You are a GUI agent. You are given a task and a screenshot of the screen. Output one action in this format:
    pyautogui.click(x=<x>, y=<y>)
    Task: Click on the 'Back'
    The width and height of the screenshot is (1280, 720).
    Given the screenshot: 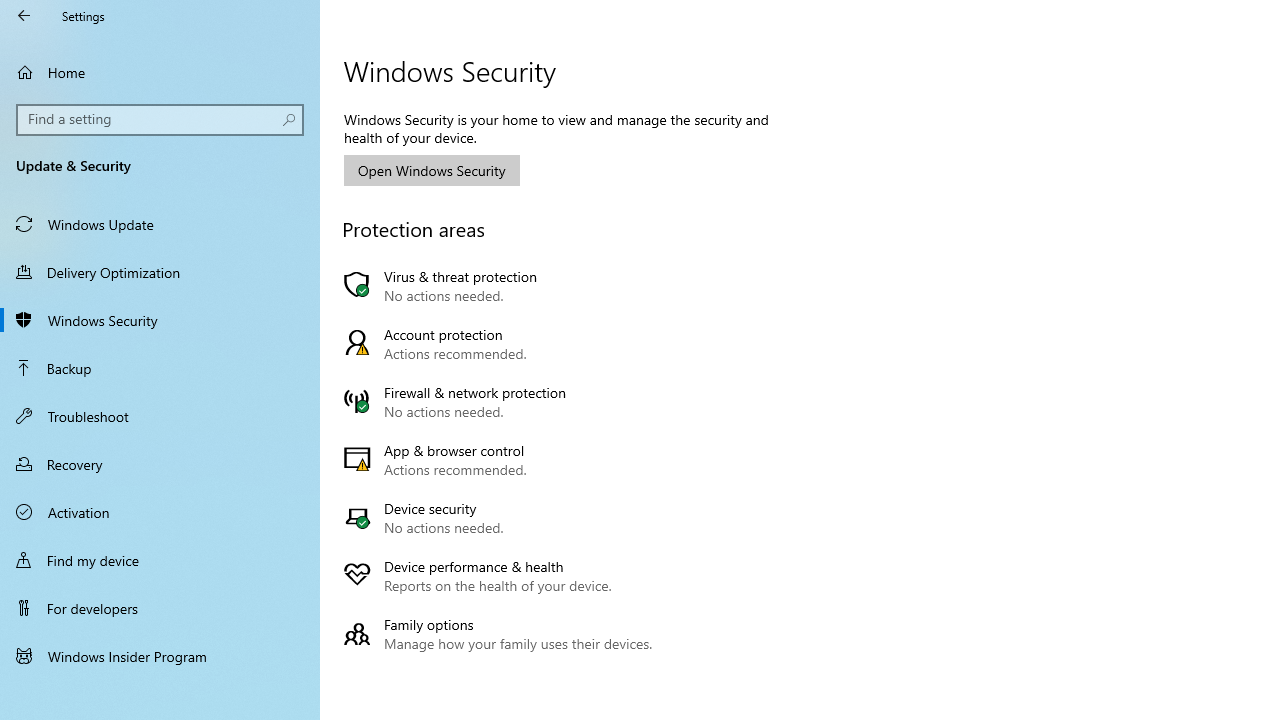 What is the action you would take?
    pyautogui.click(x=24, y=15)
    